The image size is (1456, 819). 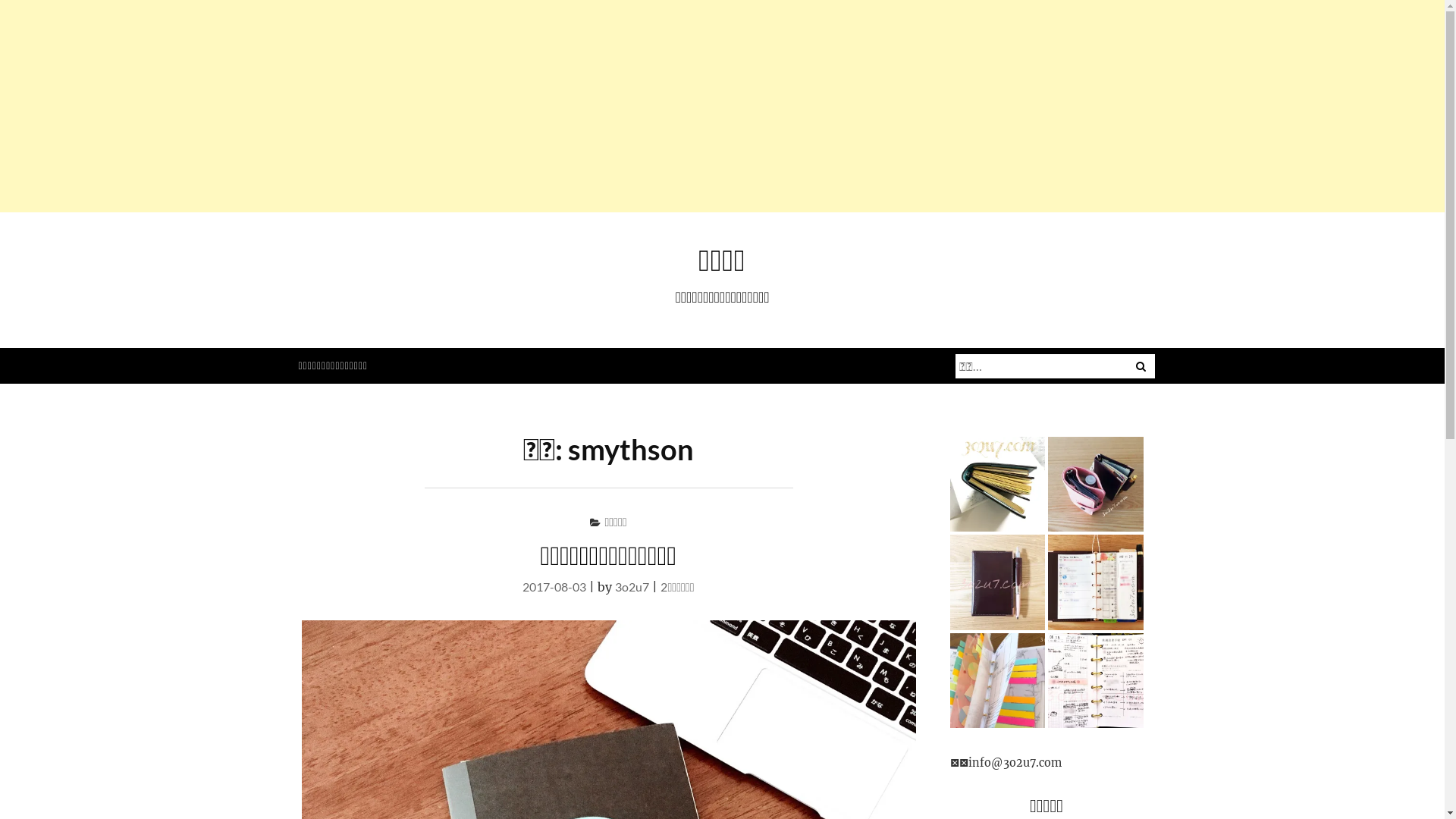 I want to click on '2017-08-03', so click(x=553, y=585).